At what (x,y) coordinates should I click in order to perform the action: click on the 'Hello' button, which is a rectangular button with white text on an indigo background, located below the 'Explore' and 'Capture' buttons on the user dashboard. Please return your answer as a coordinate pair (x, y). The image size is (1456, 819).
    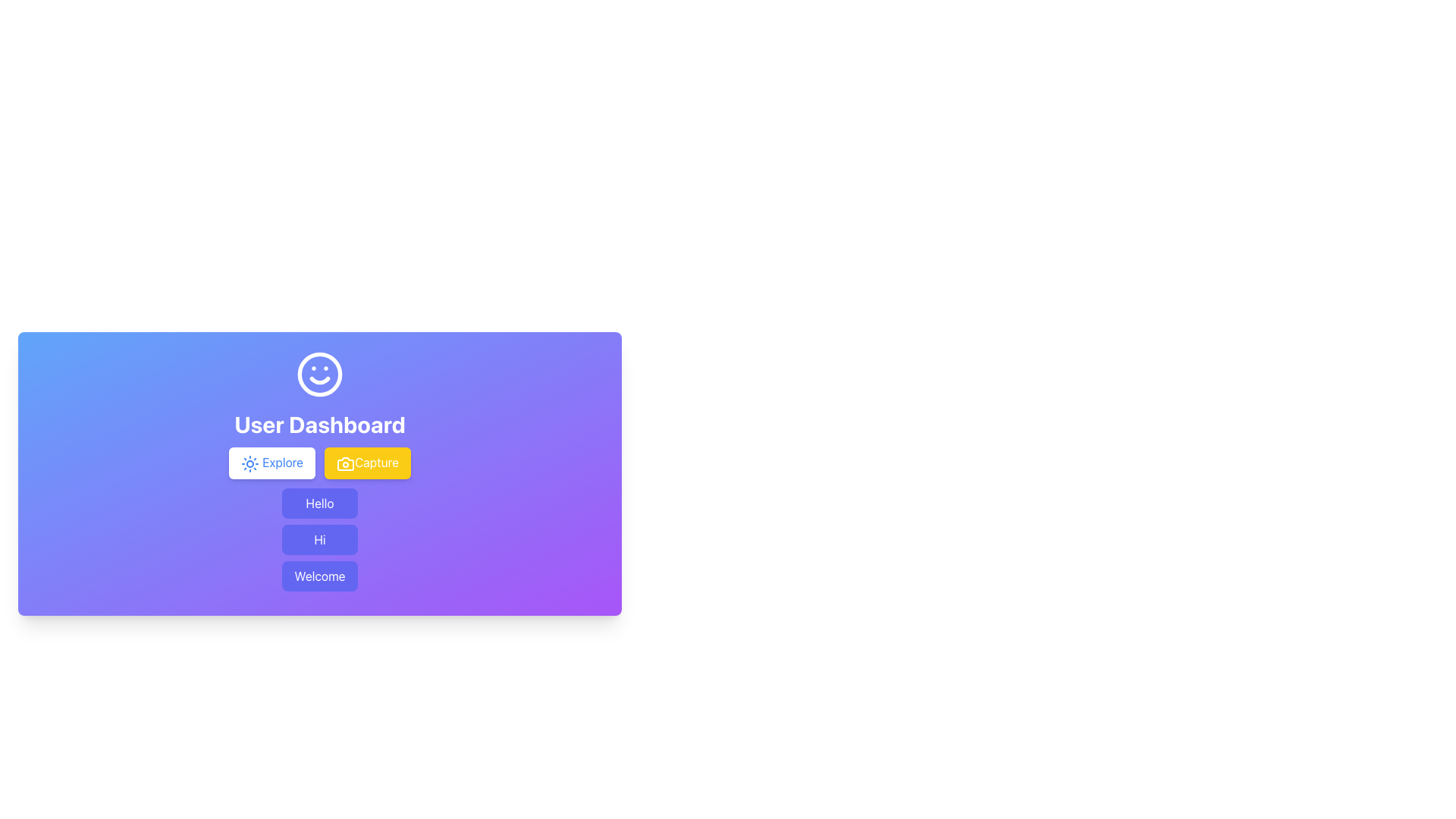
    Looking at the image, I should click on (319, 503).